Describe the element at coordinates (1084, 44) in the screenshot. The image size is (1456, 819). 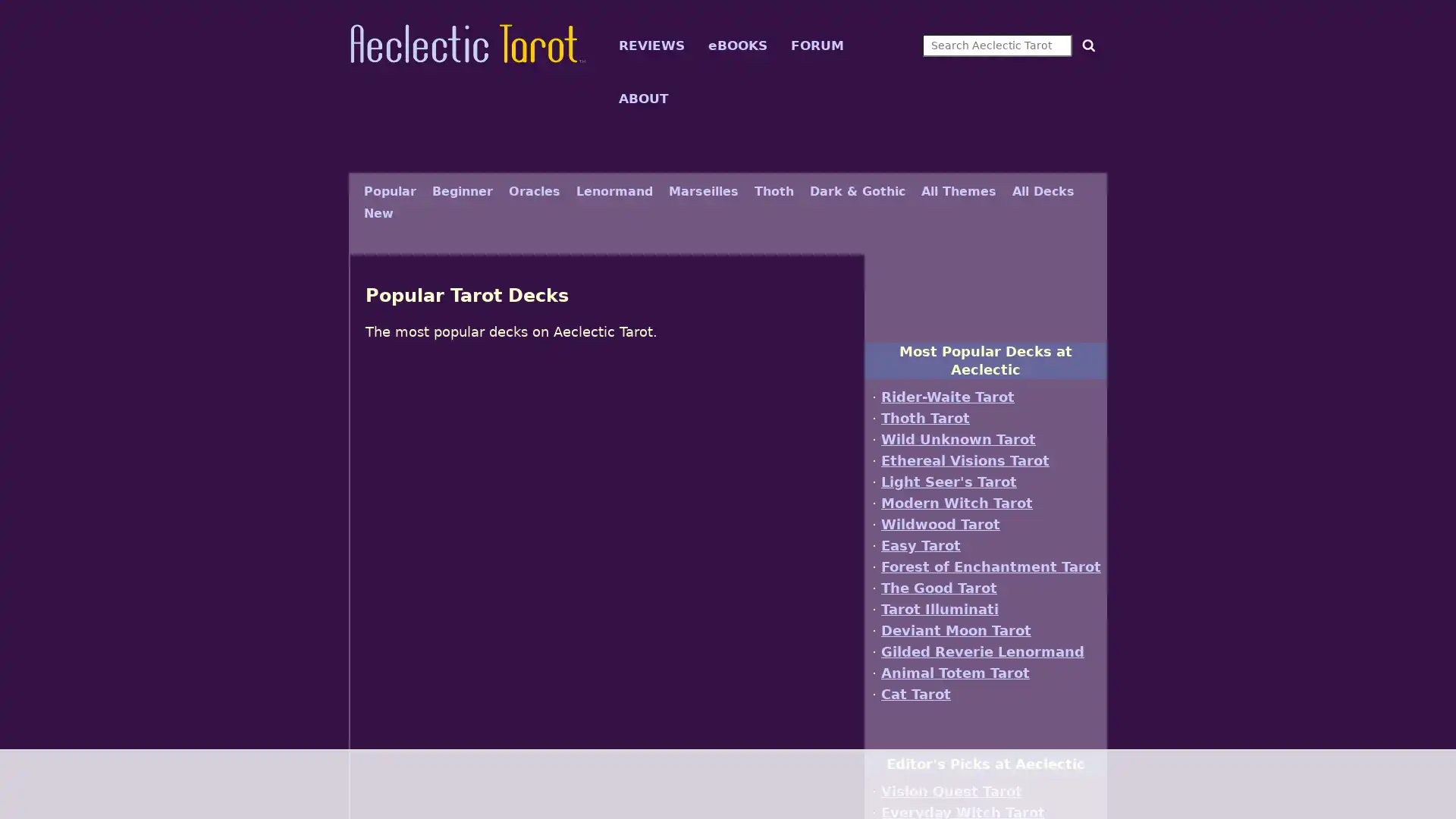
I see `Search Aeclectic` at that location.